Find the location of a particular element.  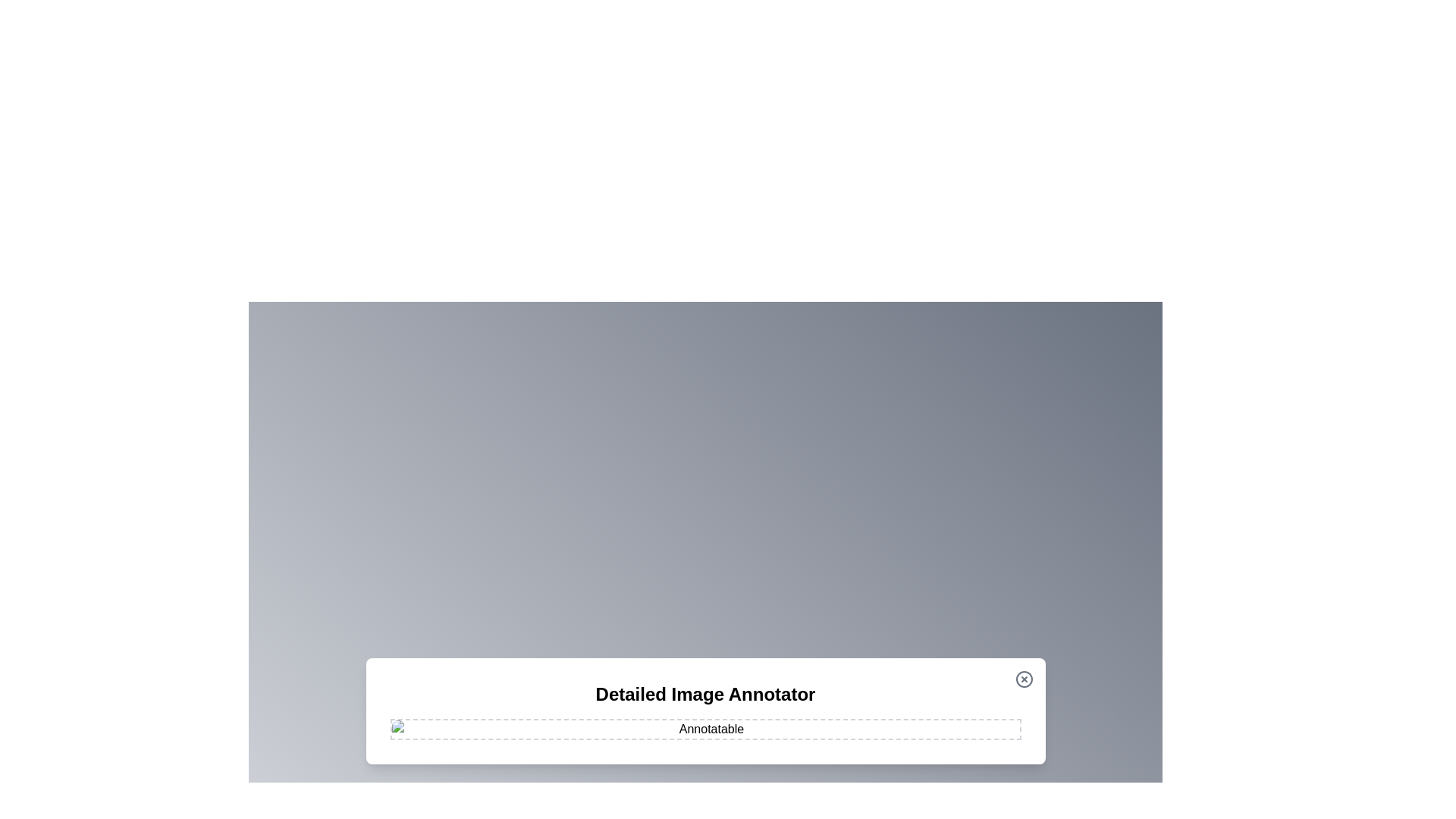

the image at coordinates (1070, 954) to add an annotation is located at coordinates (811, 722).